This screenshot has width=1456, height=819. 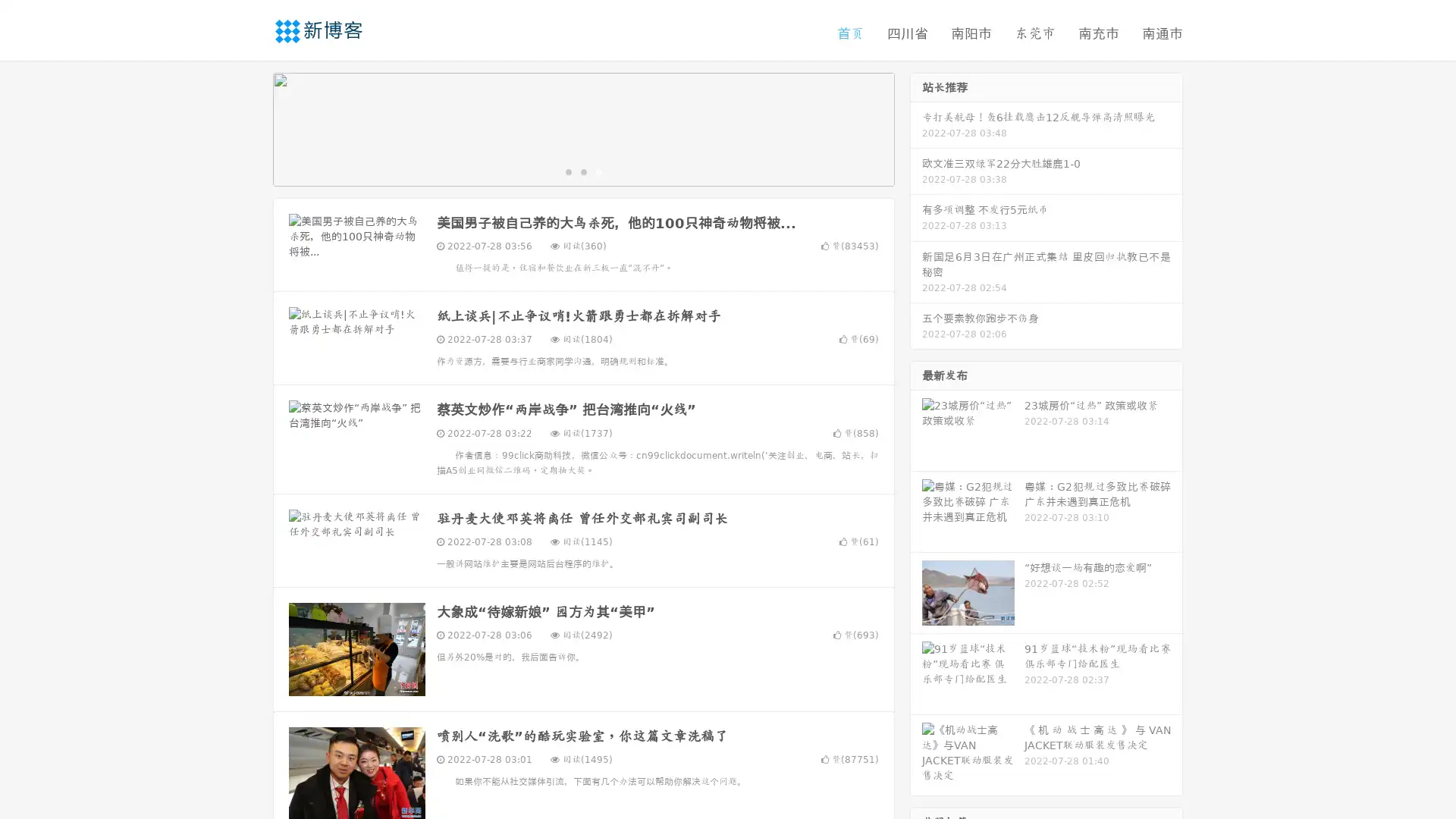 What do you see at coordinates (598, 171) in the screenshot?
I see `Go to slide 3` at bounding box center [598, 171].